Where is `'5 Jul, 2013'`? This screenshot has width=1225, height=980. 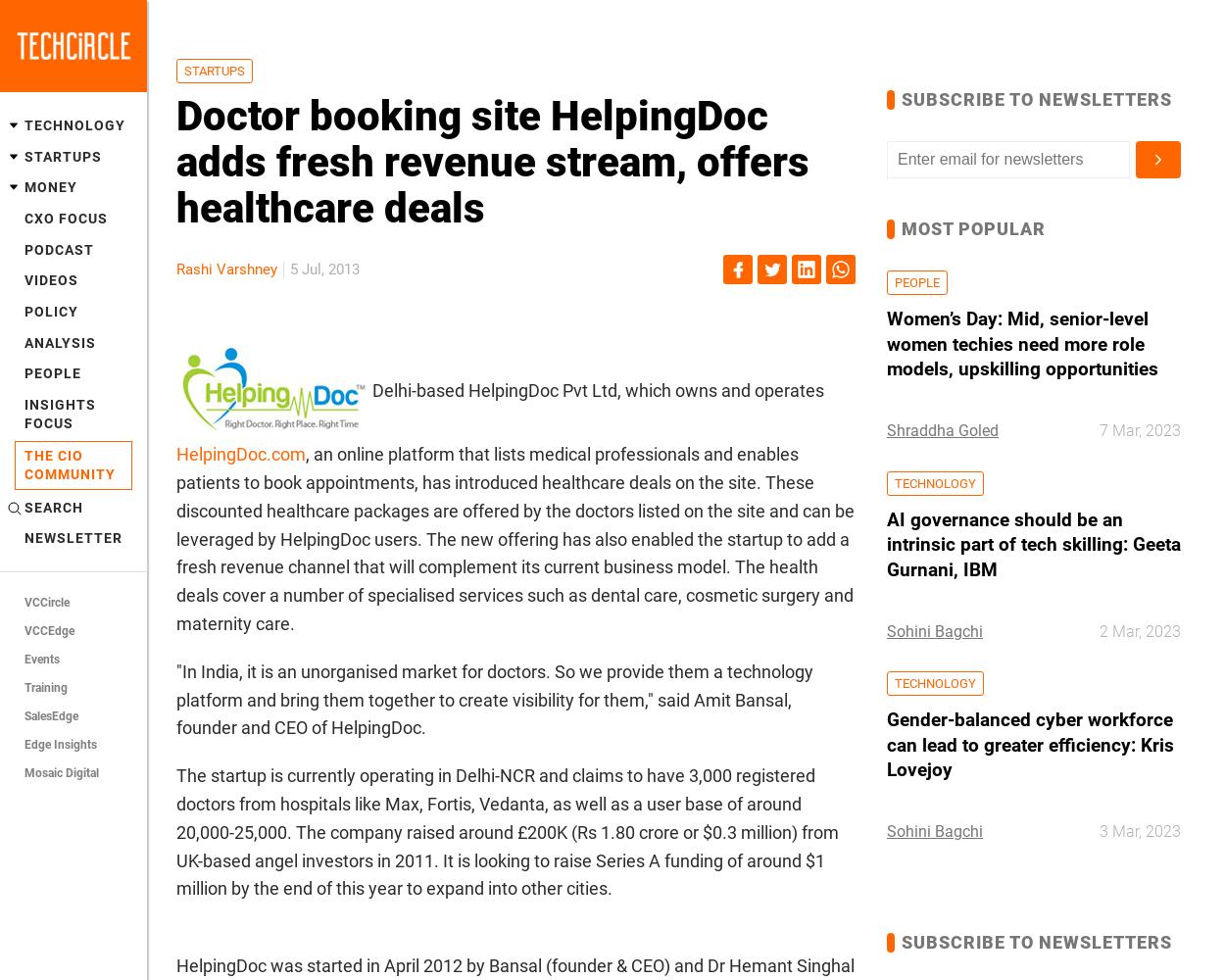 '5 Jul, 2013' is located at coordinates (323, 269).